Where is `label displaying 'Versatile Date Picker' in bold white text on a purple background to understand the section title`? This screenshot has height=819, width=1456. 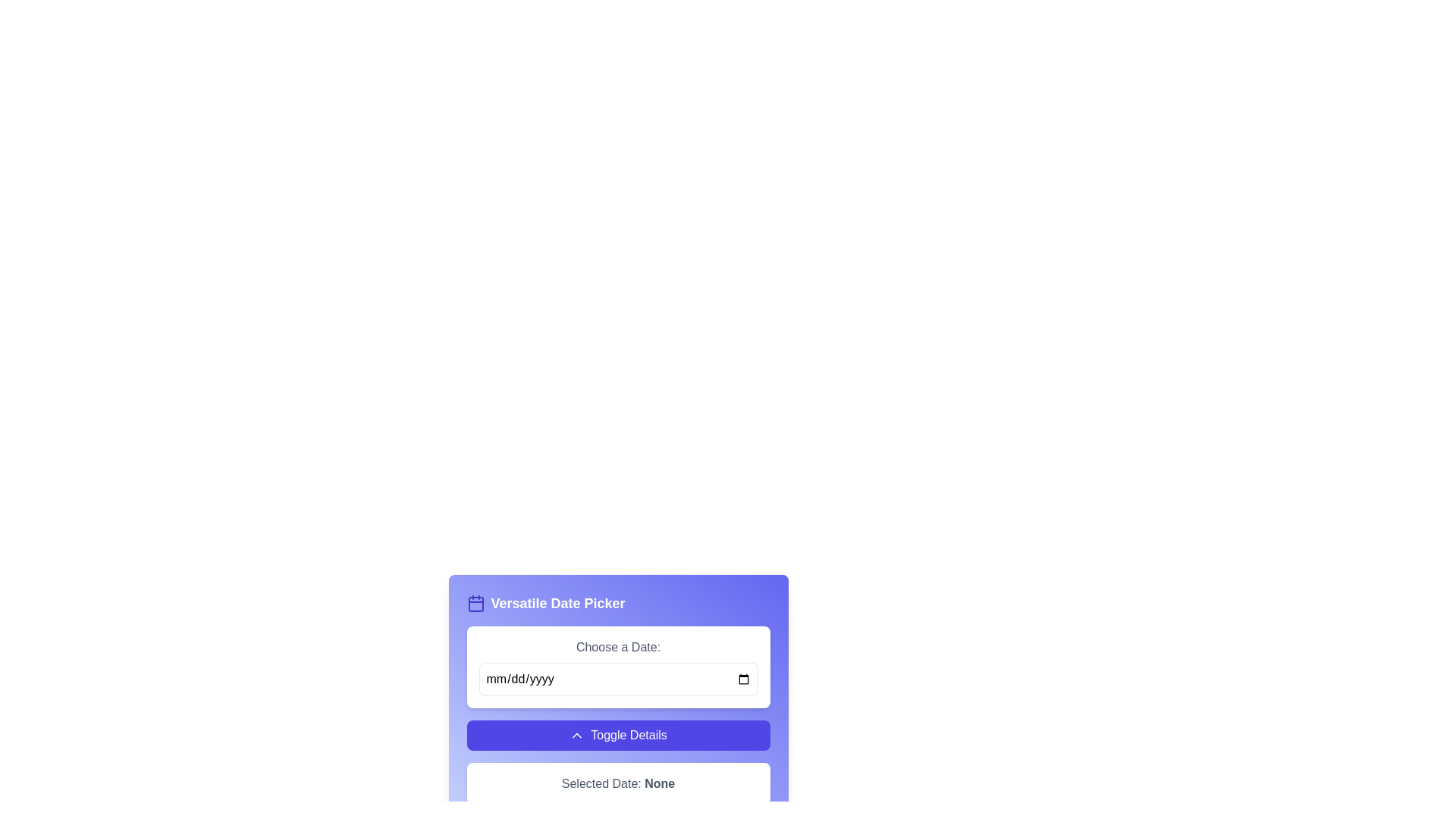
label displaying 'Versatile Date Picker' in bold white text on a purple background to understand the section title is located at coordinates (557, 602).